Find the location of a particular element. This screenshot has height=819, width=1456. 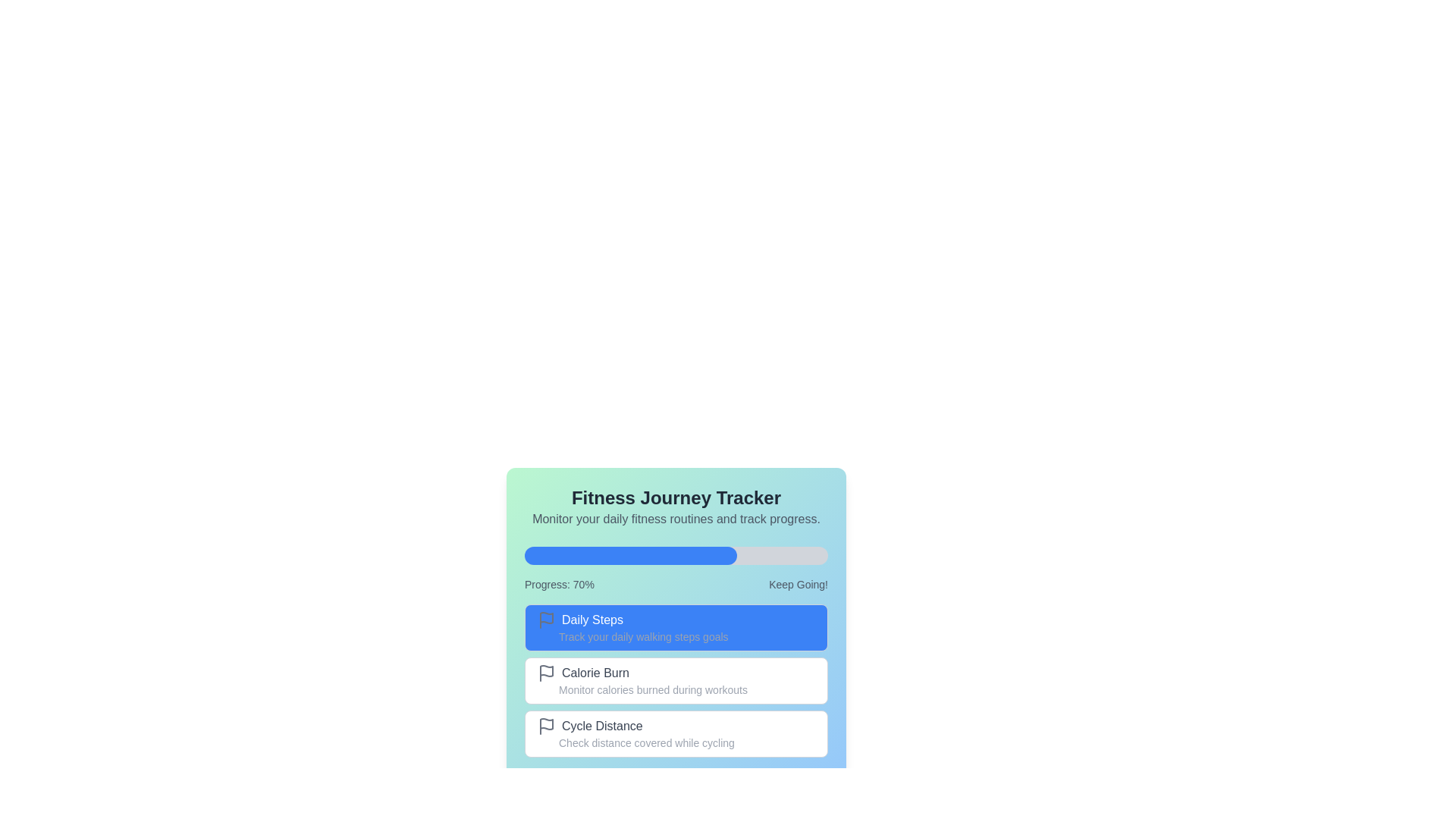

the Text Label indicating 'Daily Steps Track your daily walking steps goals' which is located within a blue-background box above the description and below the progress bar is located at coordinates (676, 620).